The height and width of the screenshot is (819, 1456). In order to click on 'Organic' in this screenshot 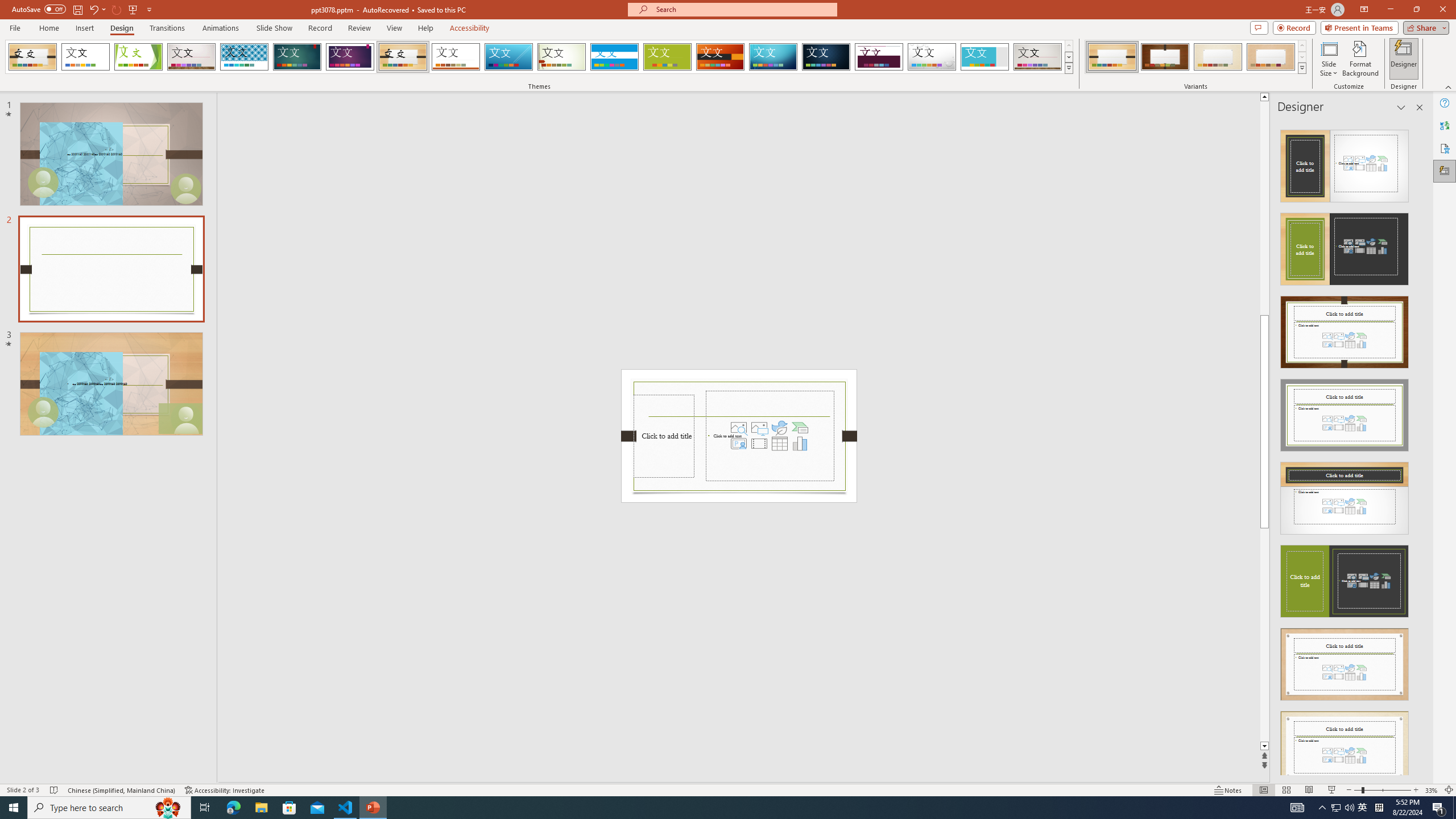, I will do `click(403, 56)`.